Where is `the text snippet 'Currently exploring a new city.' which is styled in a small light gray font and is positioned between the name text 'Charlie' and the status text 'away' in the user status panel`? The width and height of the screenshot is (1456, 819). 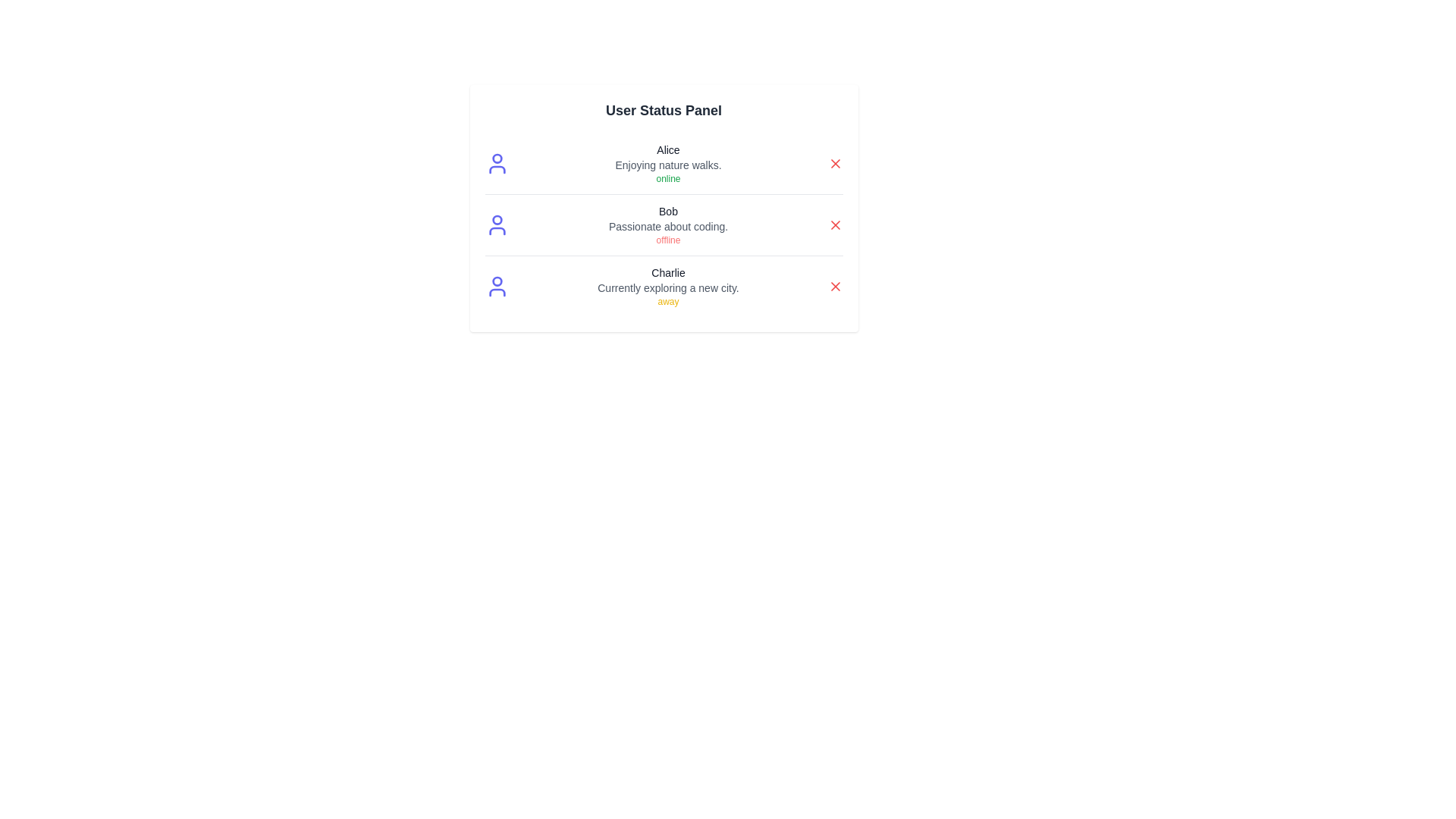 the text snippet 'Currently exploring a new city.' which is styled in a small light gray font and is positioned between the name text 'Charlie' and the status text 'away' in the user status panel is located at coordinates (667, 288).